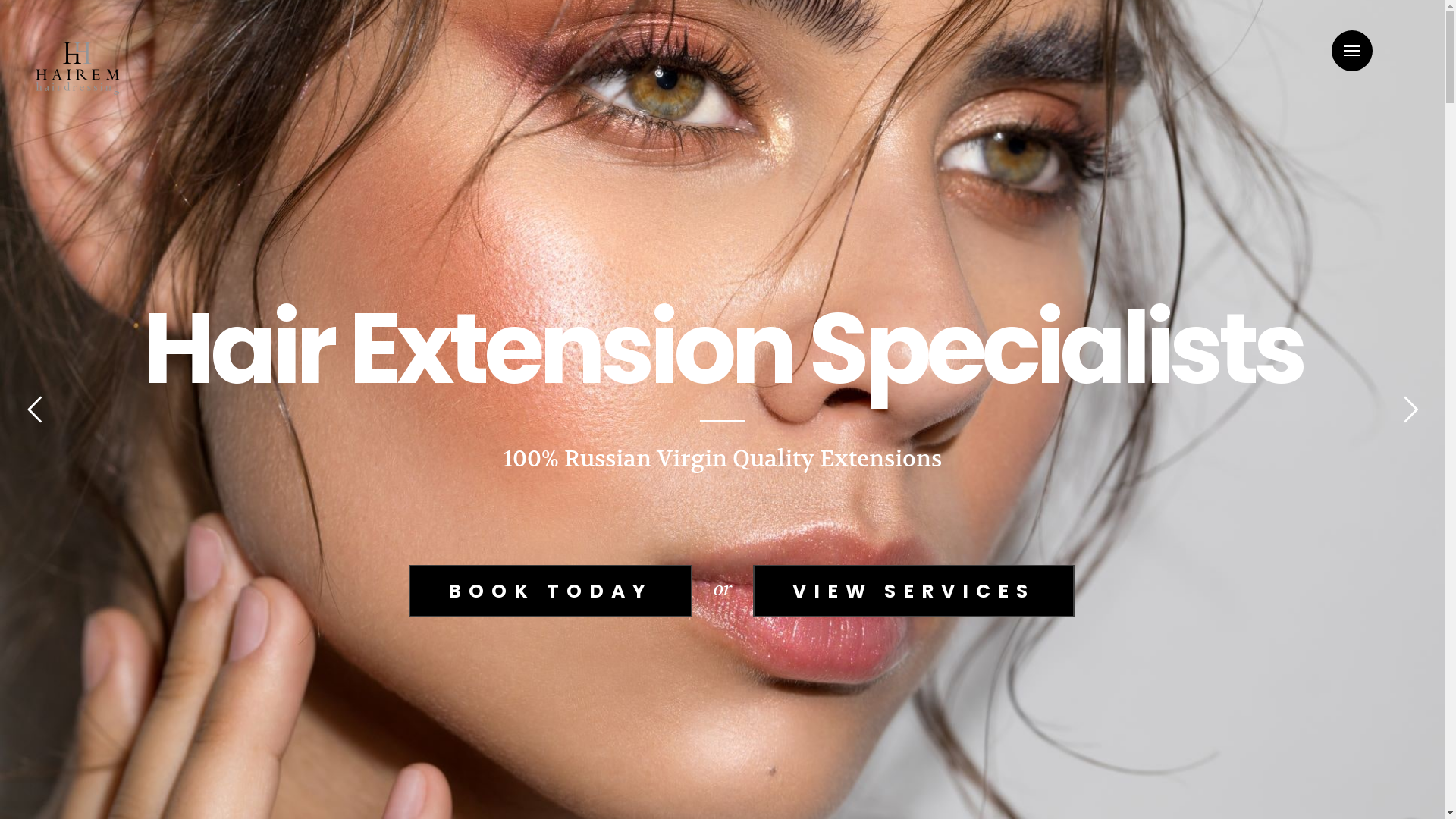 The image size is (1456, 819). Describe the element at coordinates (1351, 49) in the screenshot. I see `'Menu'` at that location.